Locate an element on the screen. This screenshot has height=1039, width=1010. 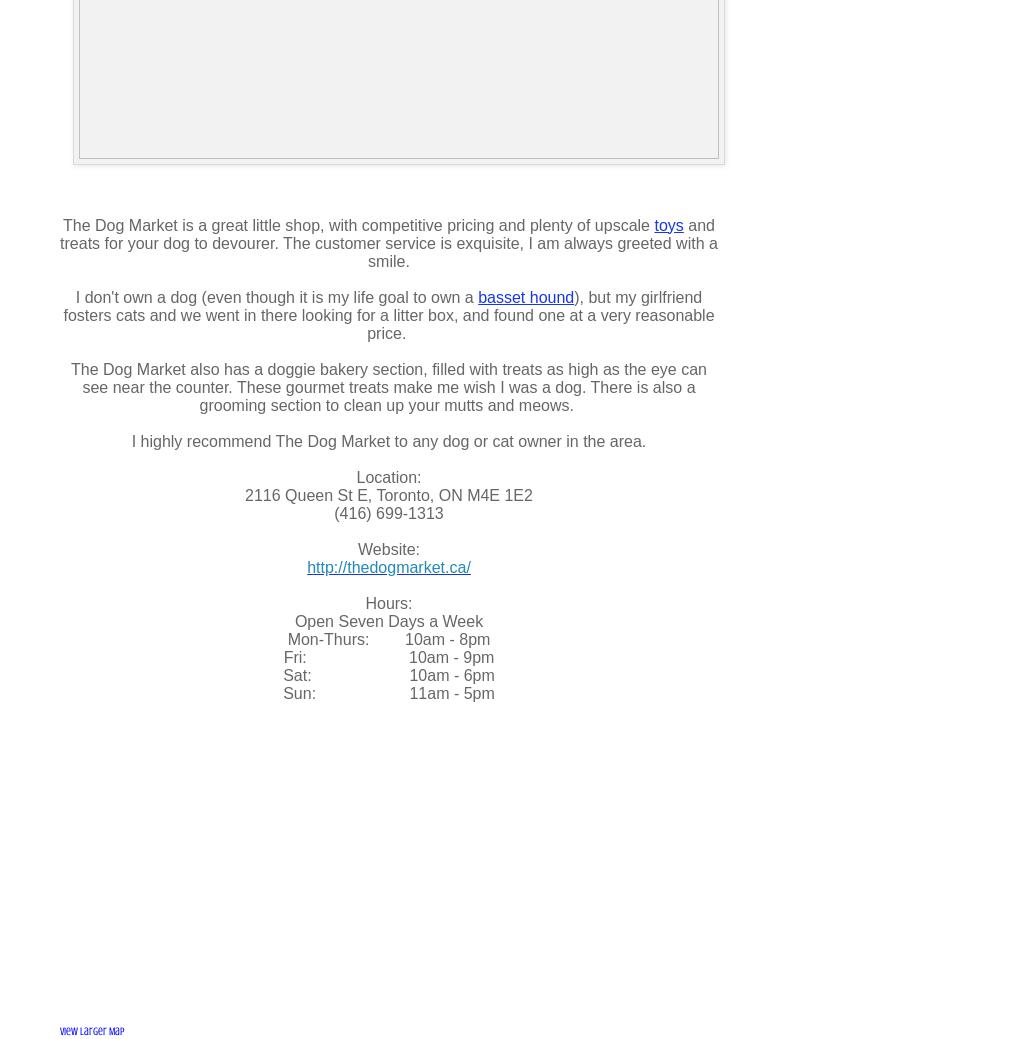
'Sun:                     11am - 5pm' is located at coordinates (283, 692).